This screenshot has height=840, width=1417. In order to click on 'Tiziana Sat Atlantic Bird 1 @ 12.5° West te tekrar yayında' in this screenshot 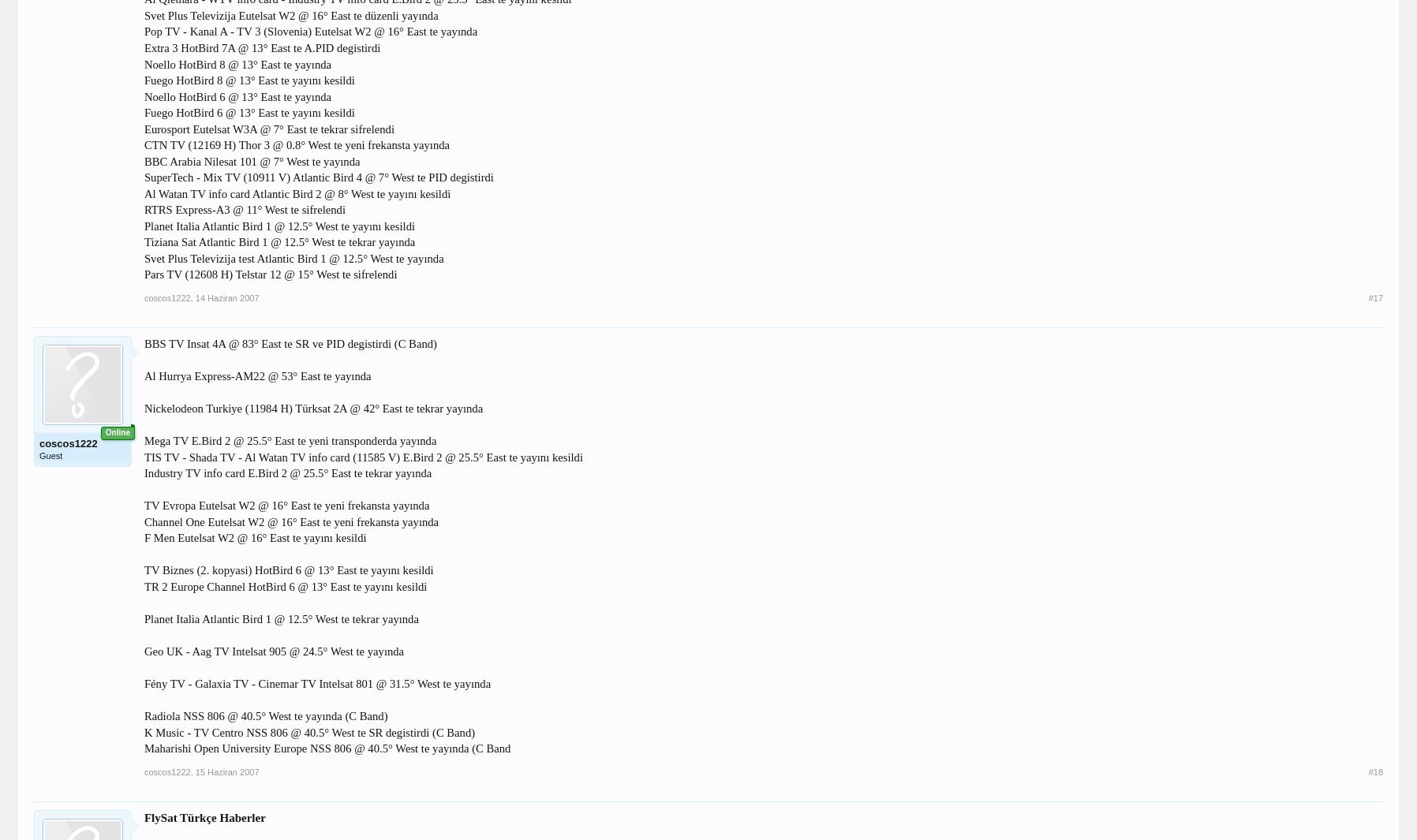, I will do `click(279, 241)`.